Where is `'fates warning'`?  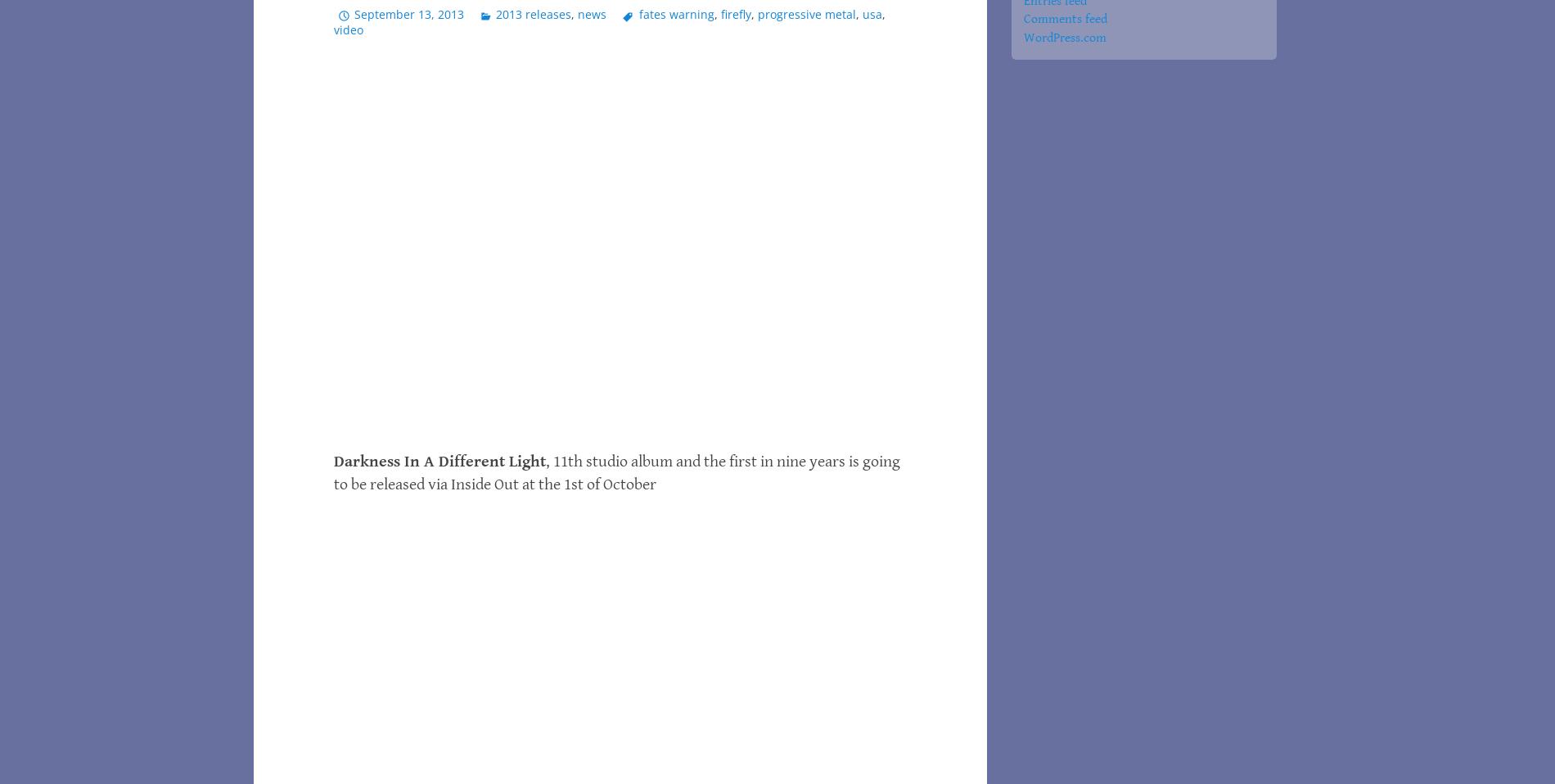 'fates warning' is located at coordinates (674, 12).